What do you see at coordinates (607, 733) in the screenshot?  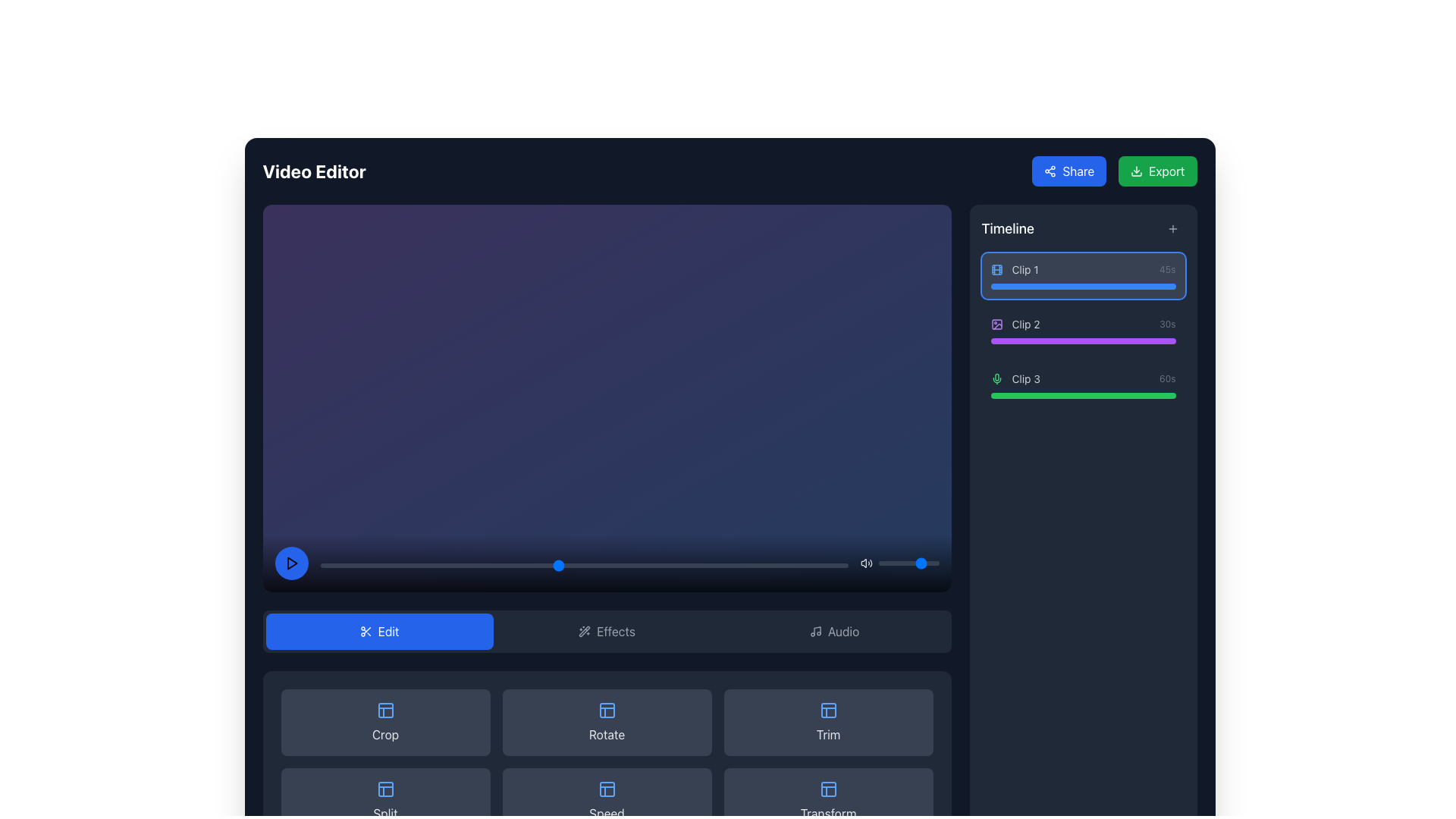 I see `the text label that describes the button functionality for applying a rotation effect, located in the second row's third column of the button array` at bounding box center [607, 733].